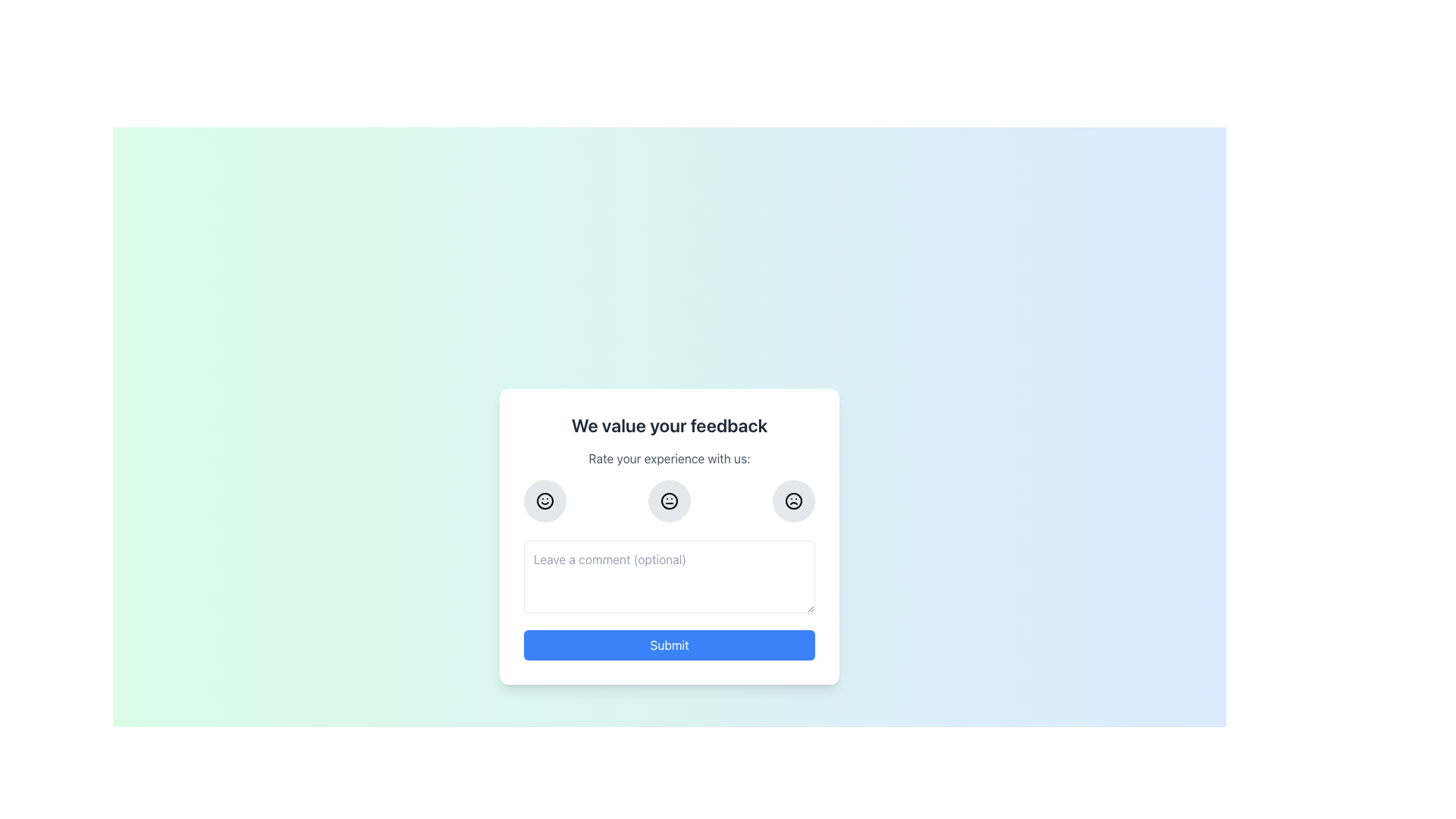 Image resolution: width=1456 pixels, height=819 pixels. I want to click on the circular icon button for feedback selection, which features a minimalist face illustration with straight lines for the mouth and dots for the eyes, located centrally in the feedback rating section, so click(669, 500).